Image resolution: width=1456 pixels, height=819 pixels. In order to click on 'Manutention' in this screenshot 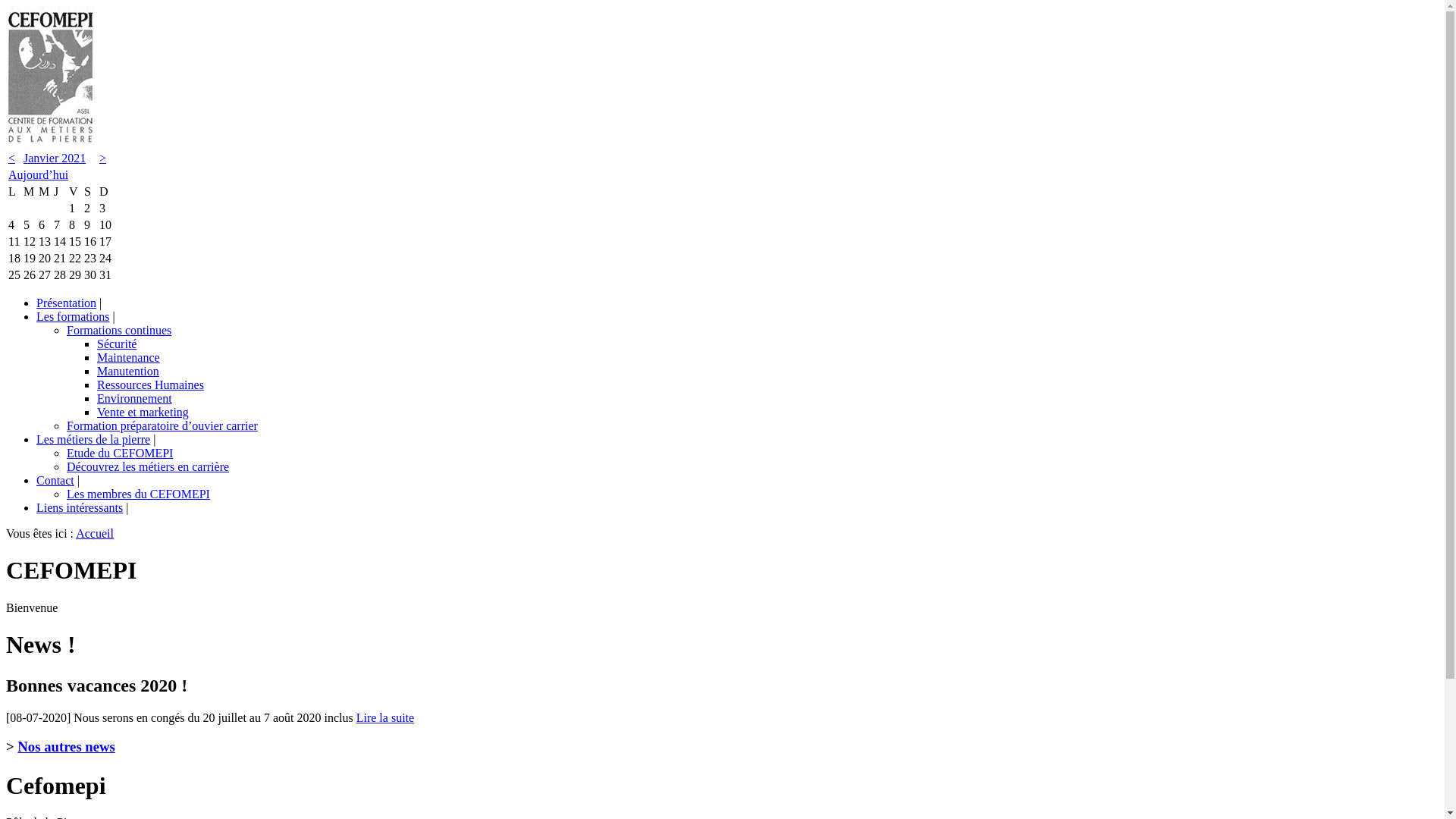, I will do `click(96, 371)`.